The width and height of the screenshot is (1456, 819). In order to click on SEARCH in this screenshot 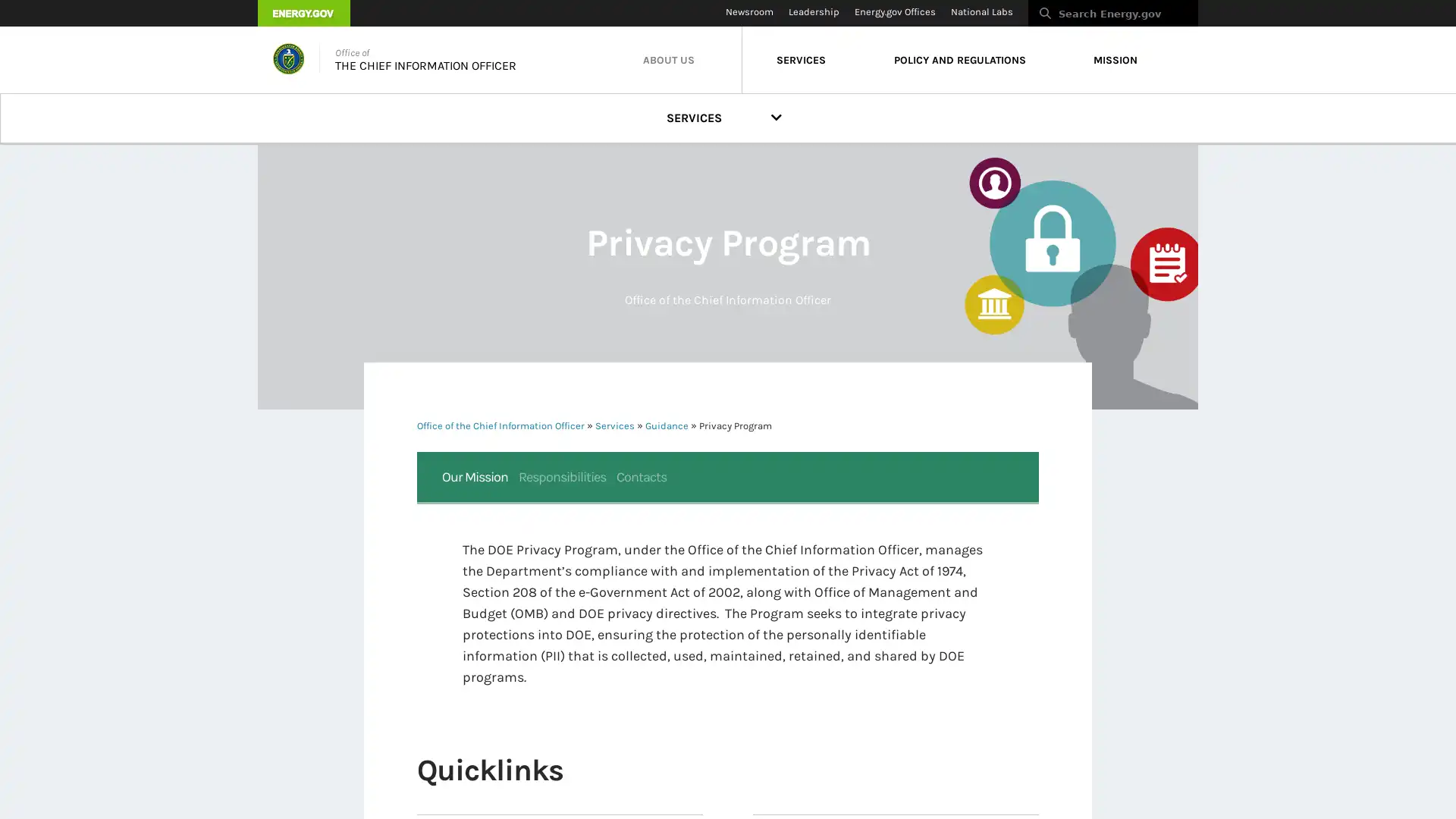, I will do `click(1214, 17)`.